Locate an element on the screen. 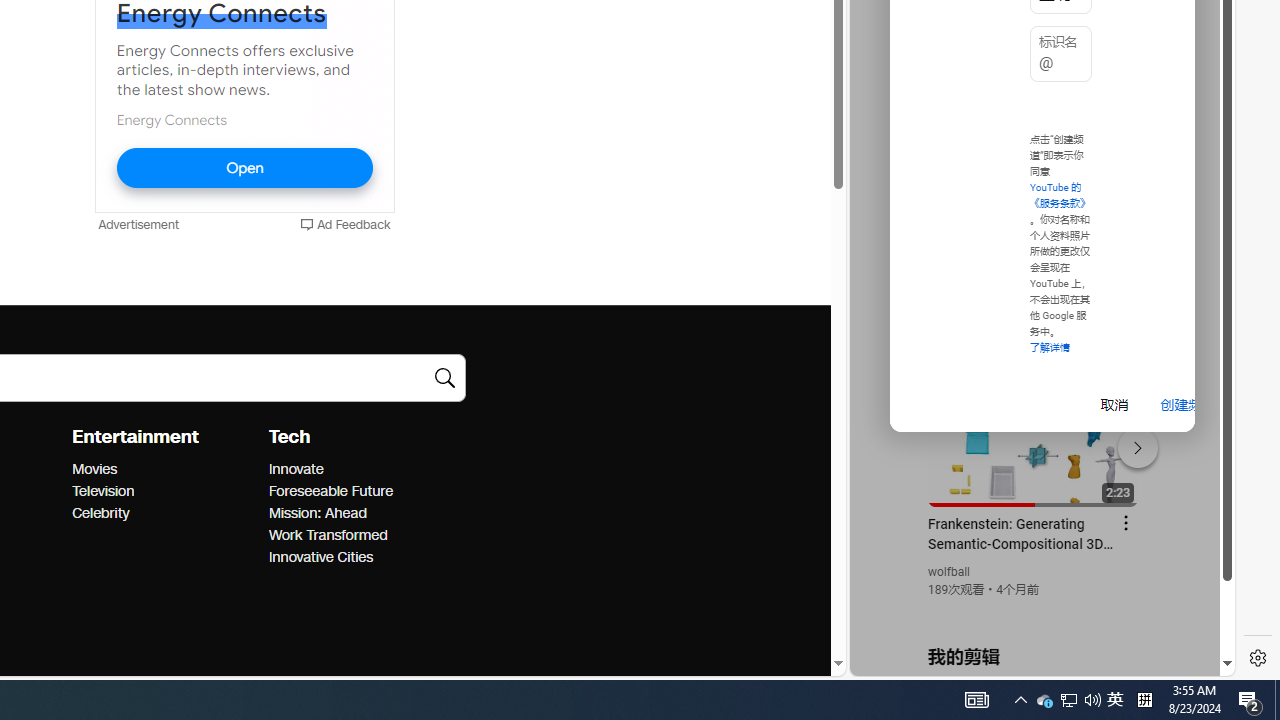  'Open' is located at coordinates (243, 167).